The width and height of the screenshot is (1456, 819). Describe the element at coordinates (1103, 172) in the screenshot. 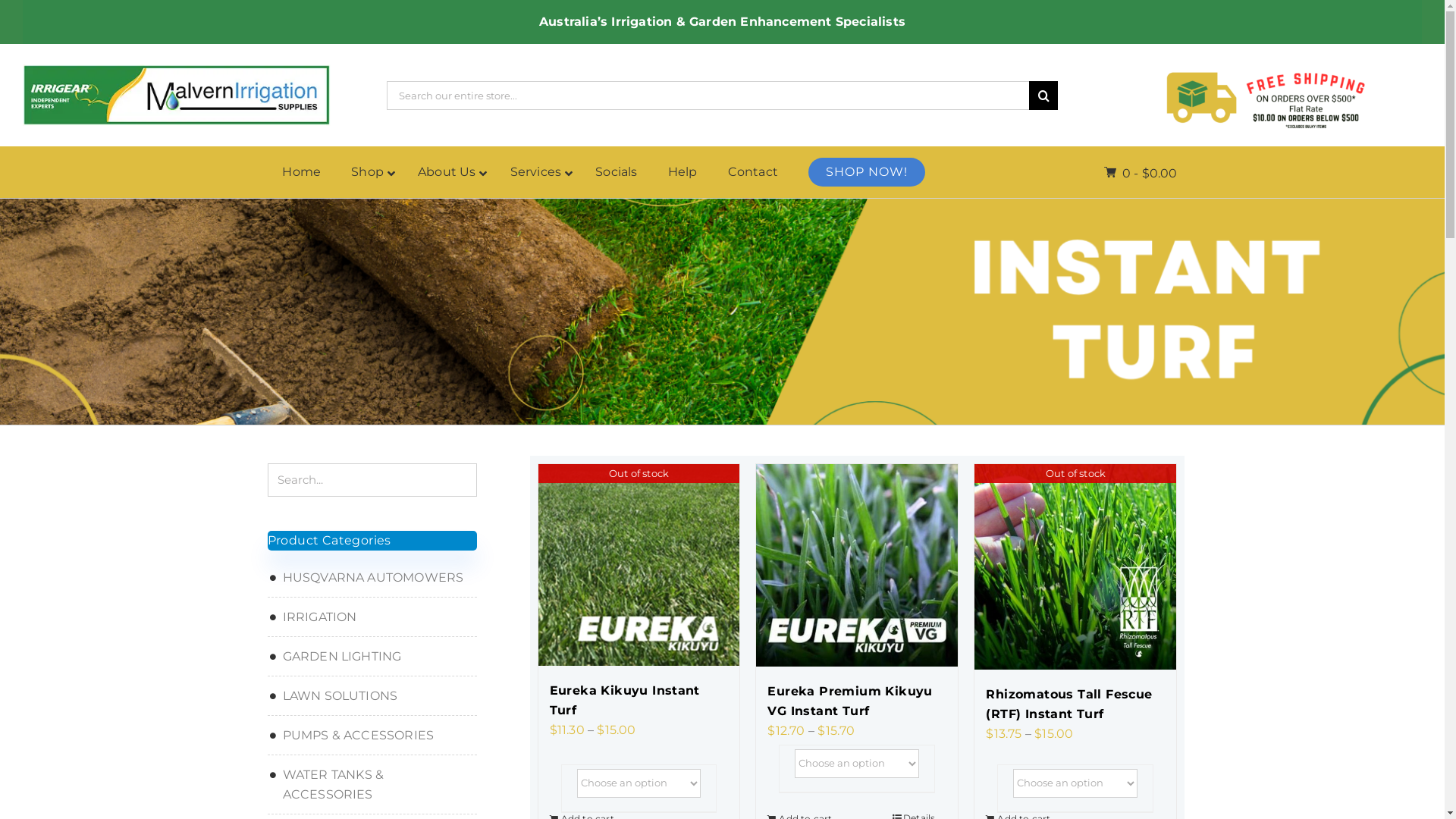

I see `'0 - $0.00'` at that location.